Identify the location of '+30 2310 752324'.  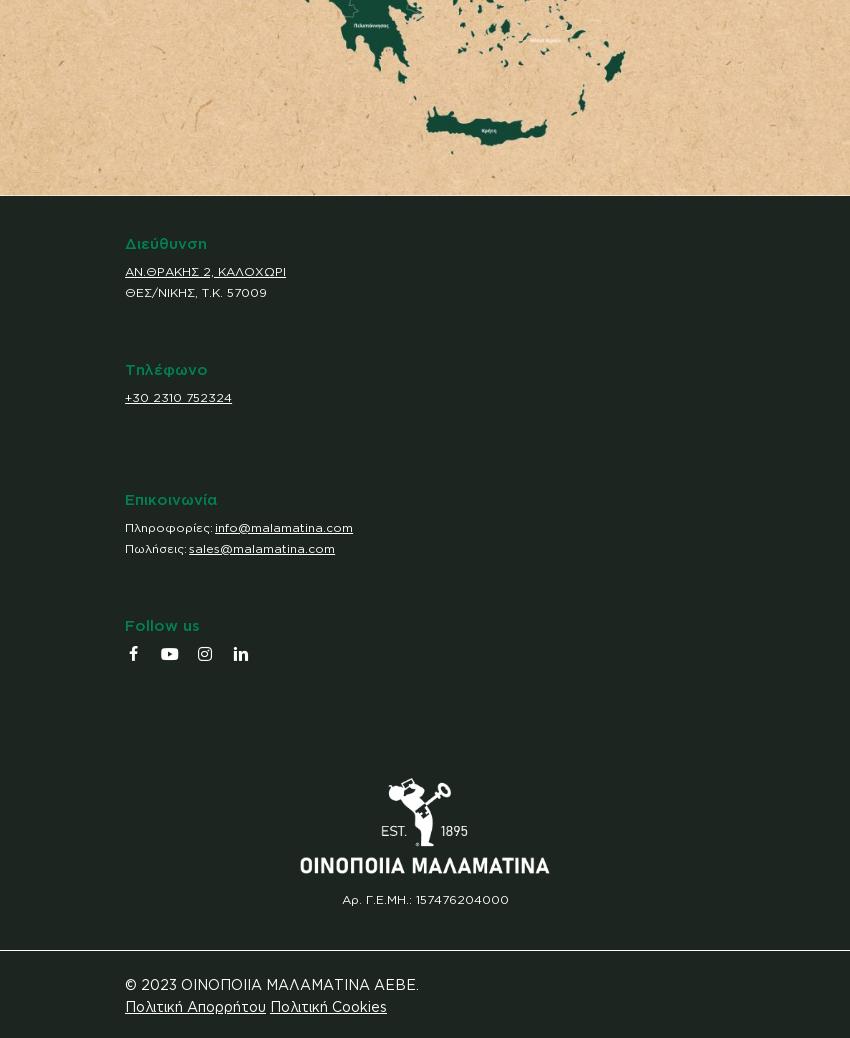
(177, 396).